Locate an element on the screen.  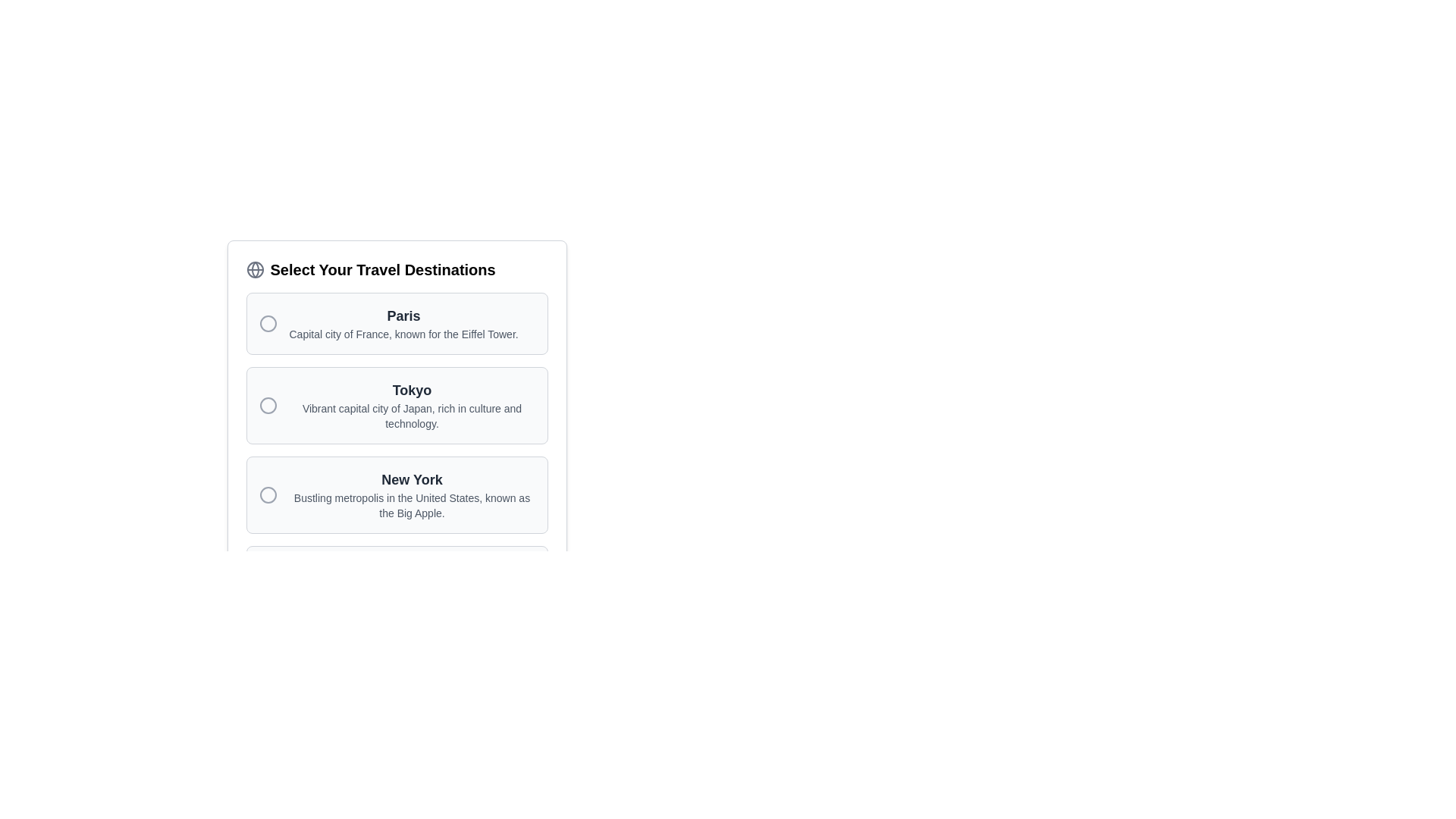
the 'New York' text label, which is the third option in the list of travel destinations, featuring a large bold font and a description below it is located at coordinates (412, 494).